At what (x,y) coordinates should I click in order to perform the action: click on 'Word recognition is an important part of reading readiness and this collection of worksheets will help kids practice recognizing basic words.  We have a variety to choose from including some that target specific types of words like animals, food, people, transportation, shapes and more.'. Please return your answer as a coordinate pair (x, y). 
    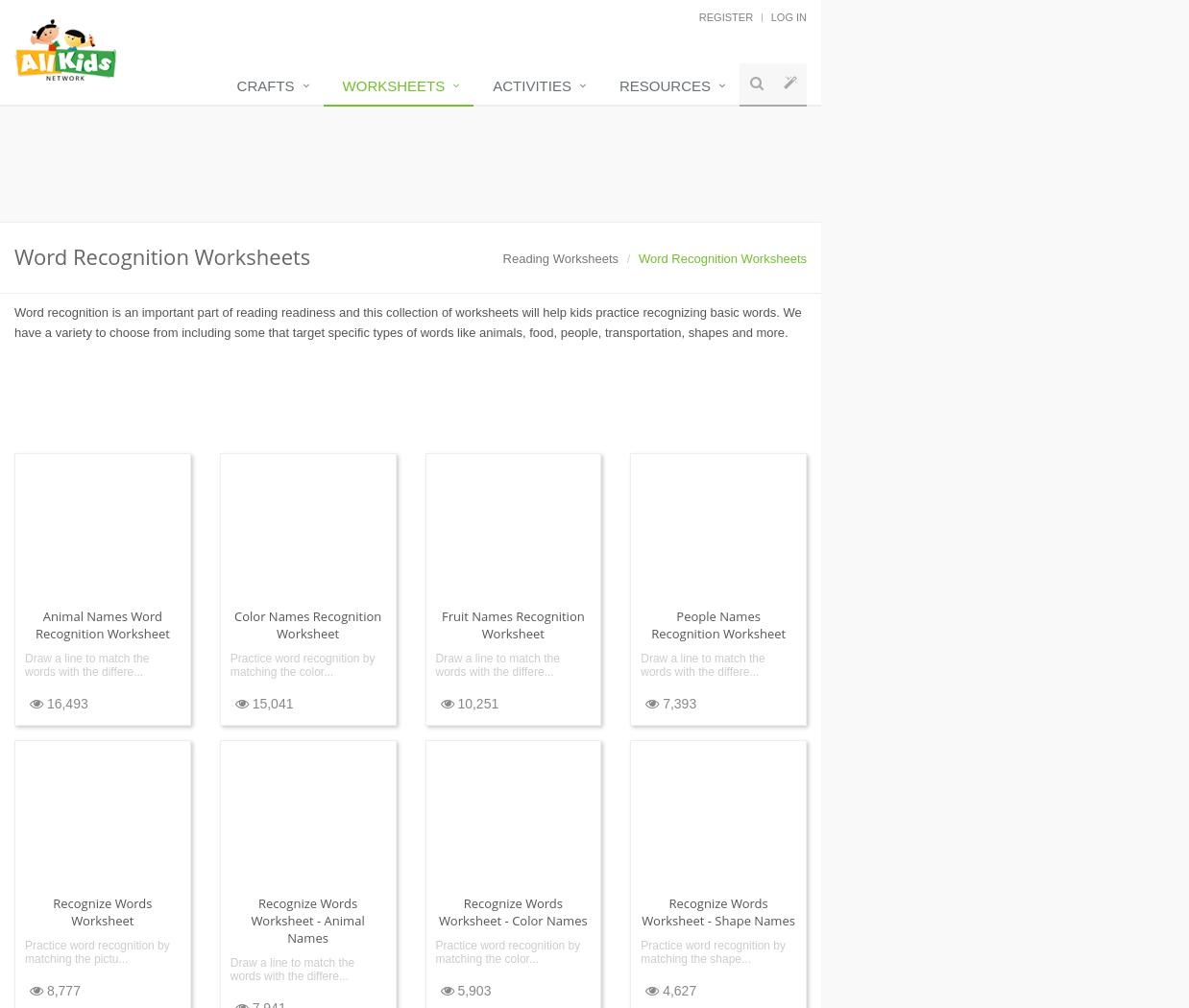
    Looking at the image, I should click on (406, 321).